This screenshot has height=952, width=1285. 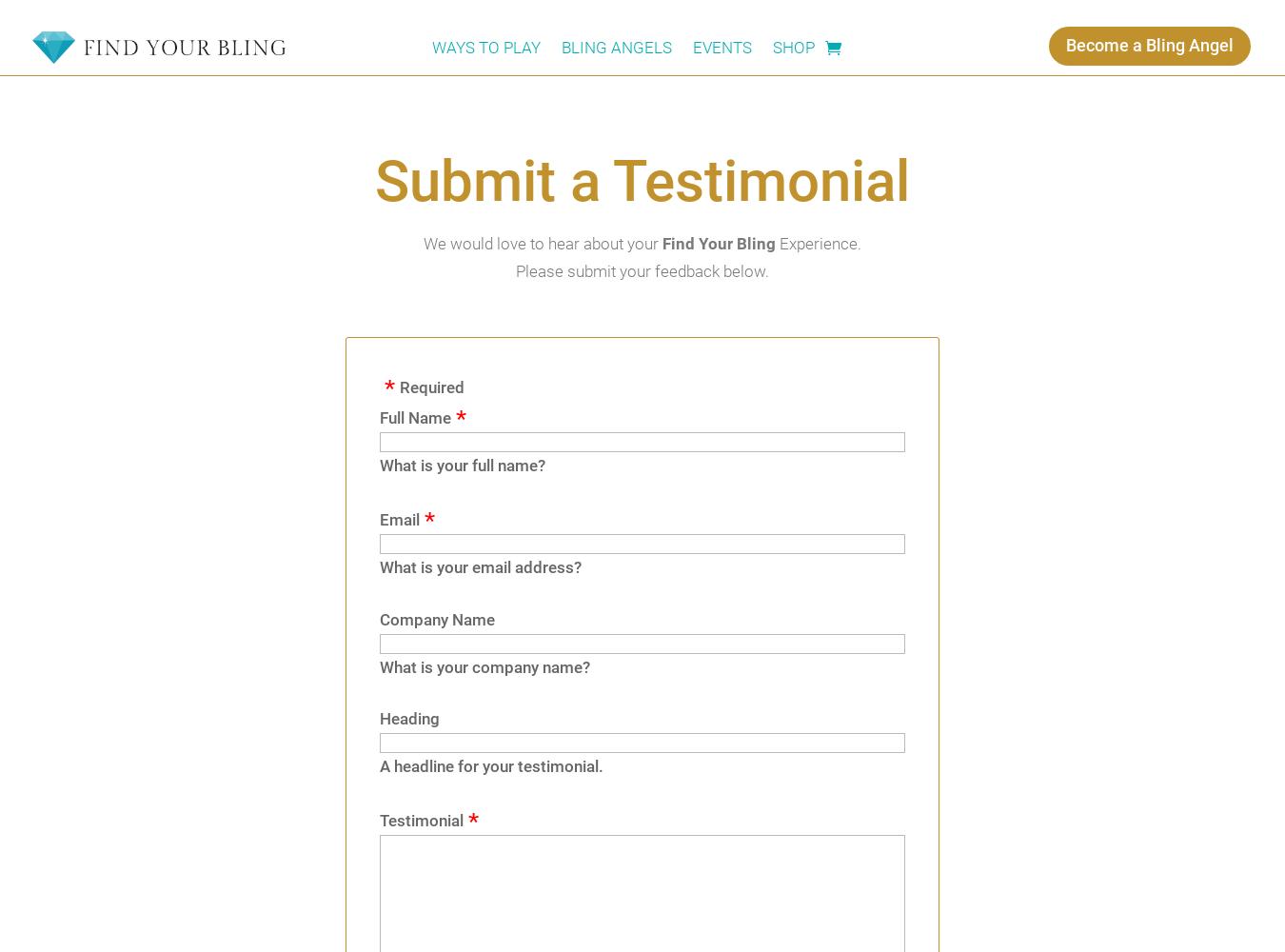 What do you see at coordinates (435, 619) in the screenshot?
I see `'Company Name'` at bounding box center [435, 619].